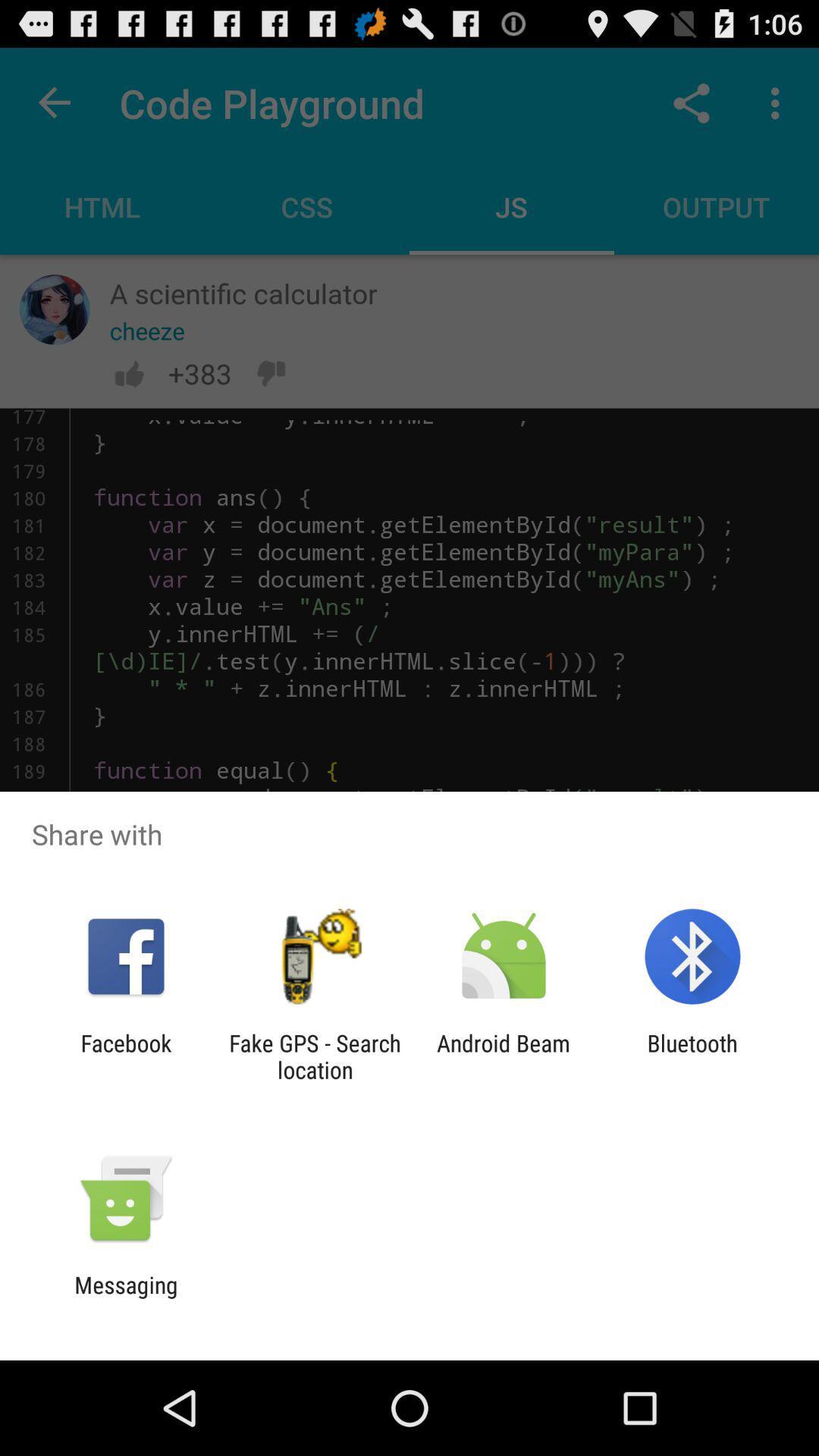  Describe the element at coordinates (314, 1056) in the screenshot. I see `fake gps search` at that location.